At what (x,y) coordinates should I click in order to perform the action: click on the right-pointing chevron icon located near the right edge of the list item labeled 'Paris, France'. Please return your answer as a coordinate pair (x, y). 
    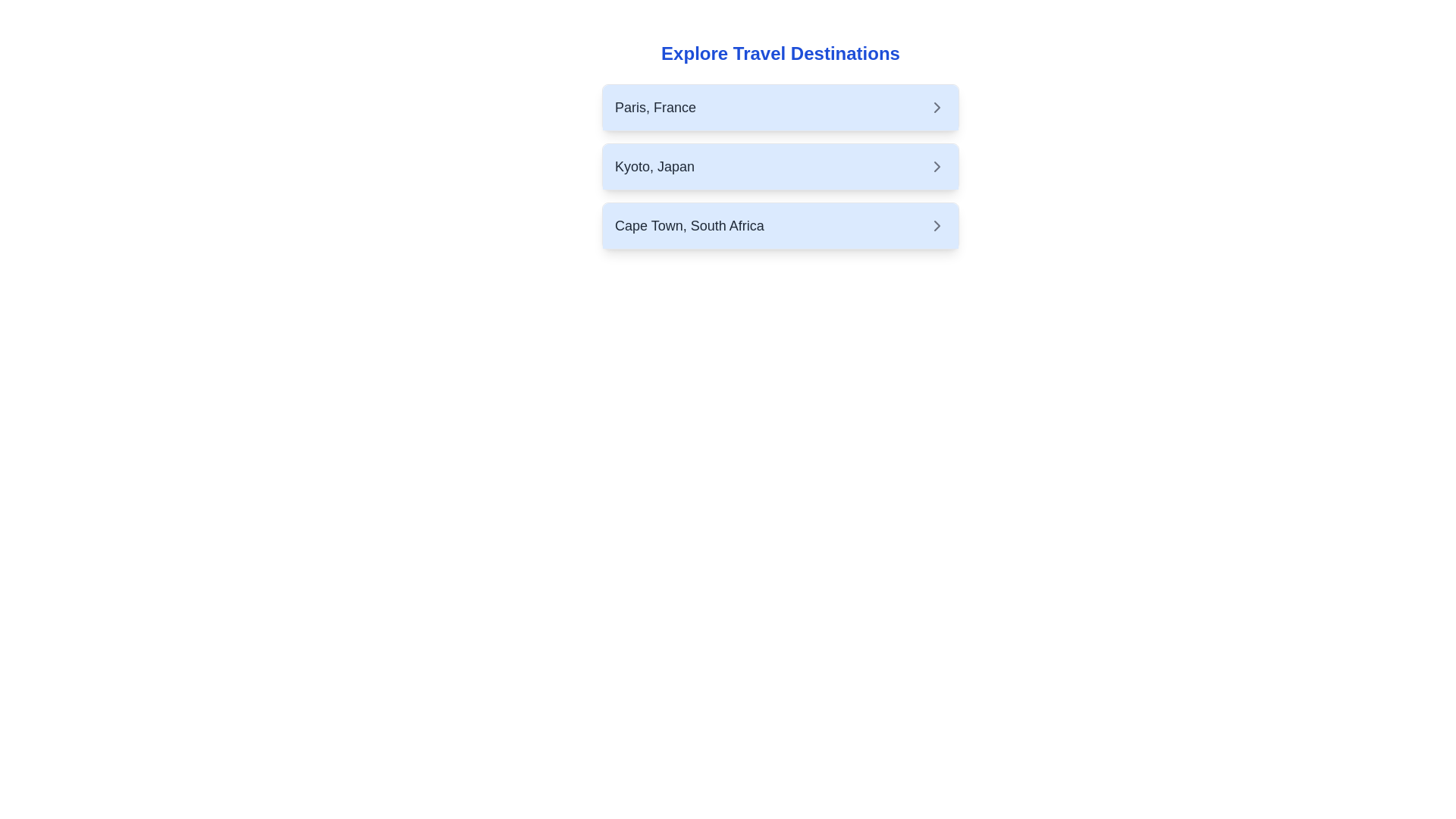
    Looking at the image, I should click on (937, 107).